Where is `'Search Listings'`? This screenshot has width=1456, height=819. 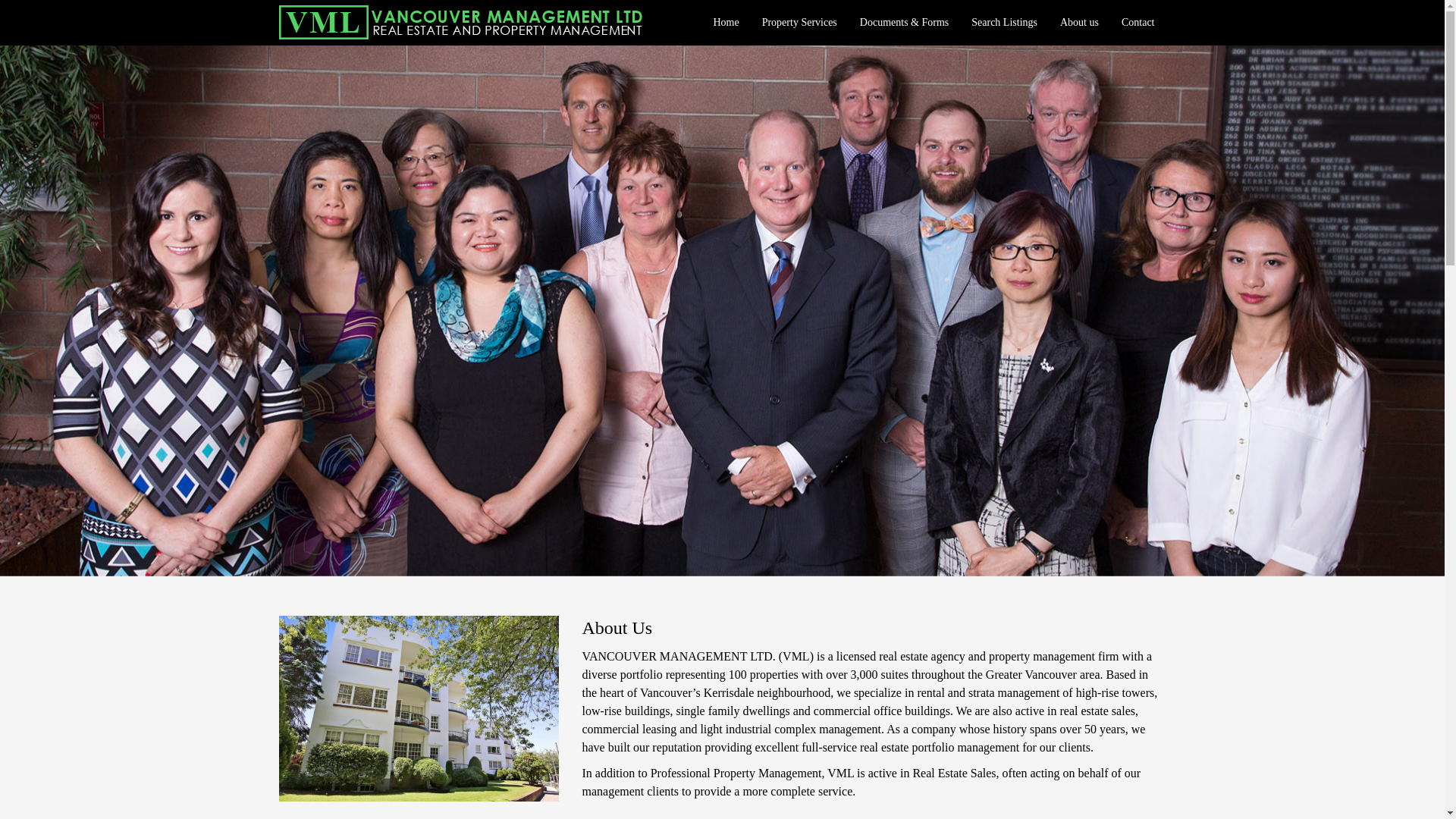
'Search Listings' is located at coordinates (1004, 23).